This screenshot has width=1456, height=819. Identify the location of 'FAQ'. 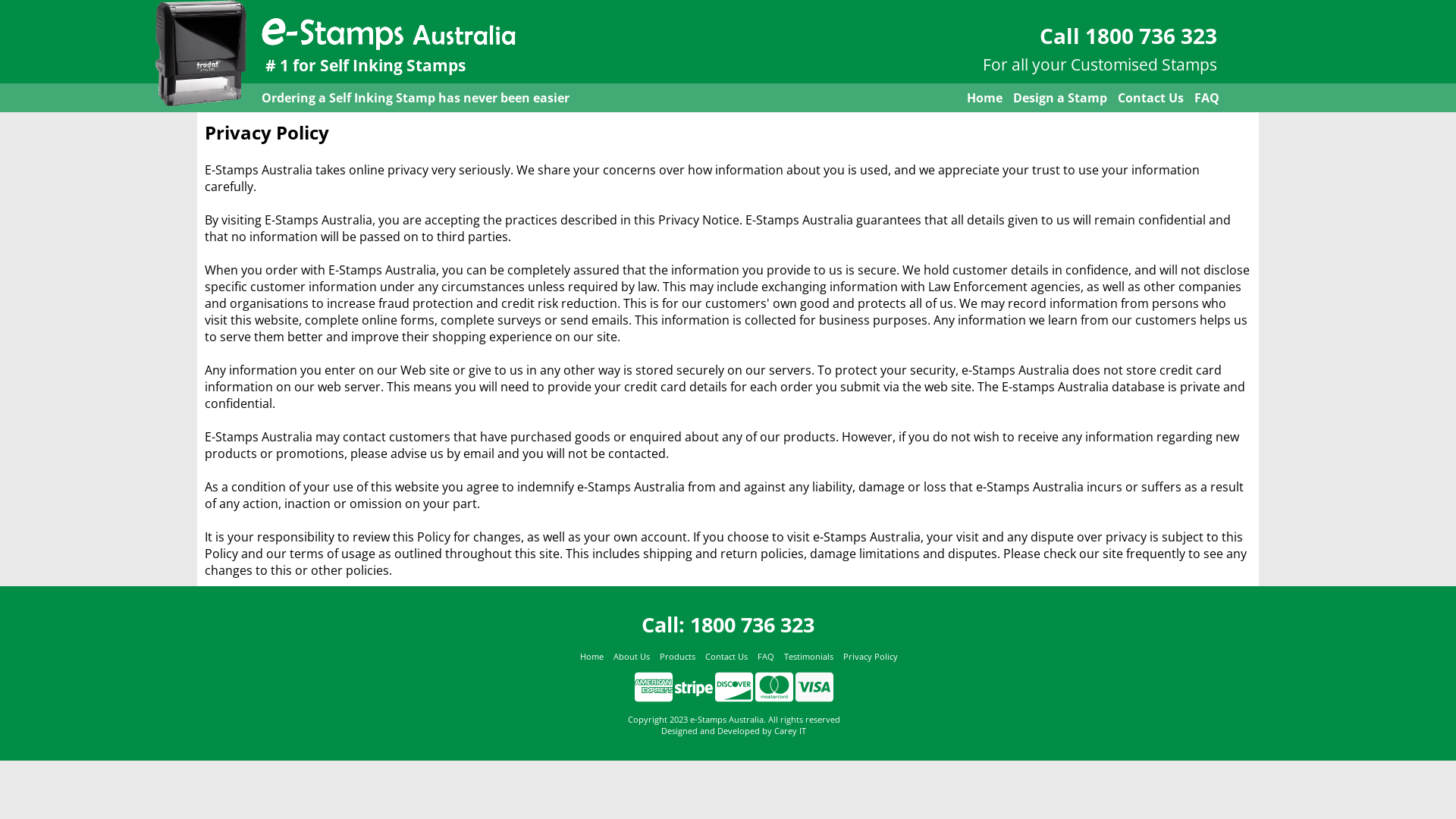
(764, 656).